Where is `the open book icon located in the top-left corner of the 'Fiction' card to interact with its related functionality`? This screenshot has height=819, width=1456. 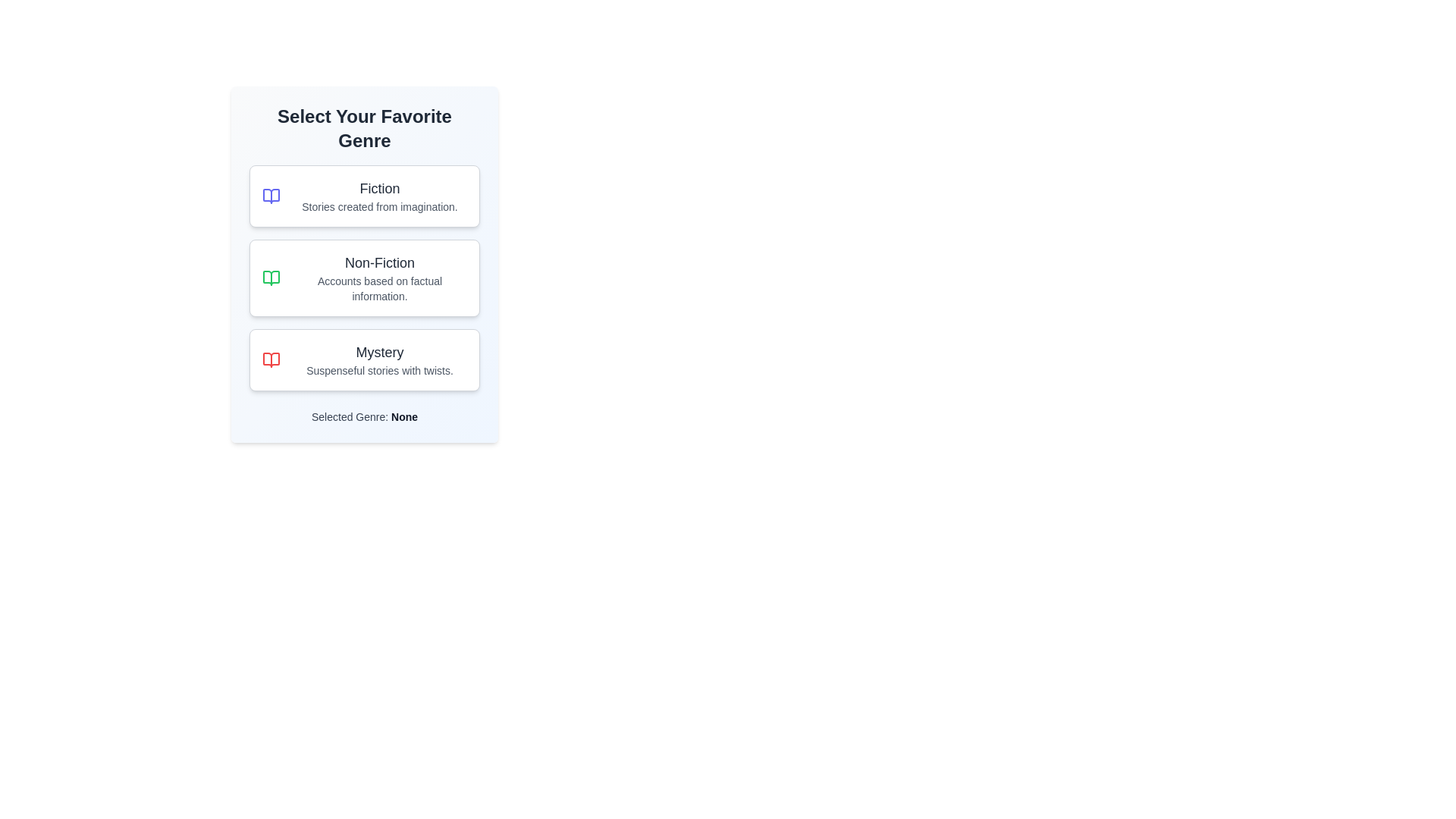
the open book icon located in the top-left corner of the 'Fiction' card to interact with its related functionality is located at coordinates (271, 195).